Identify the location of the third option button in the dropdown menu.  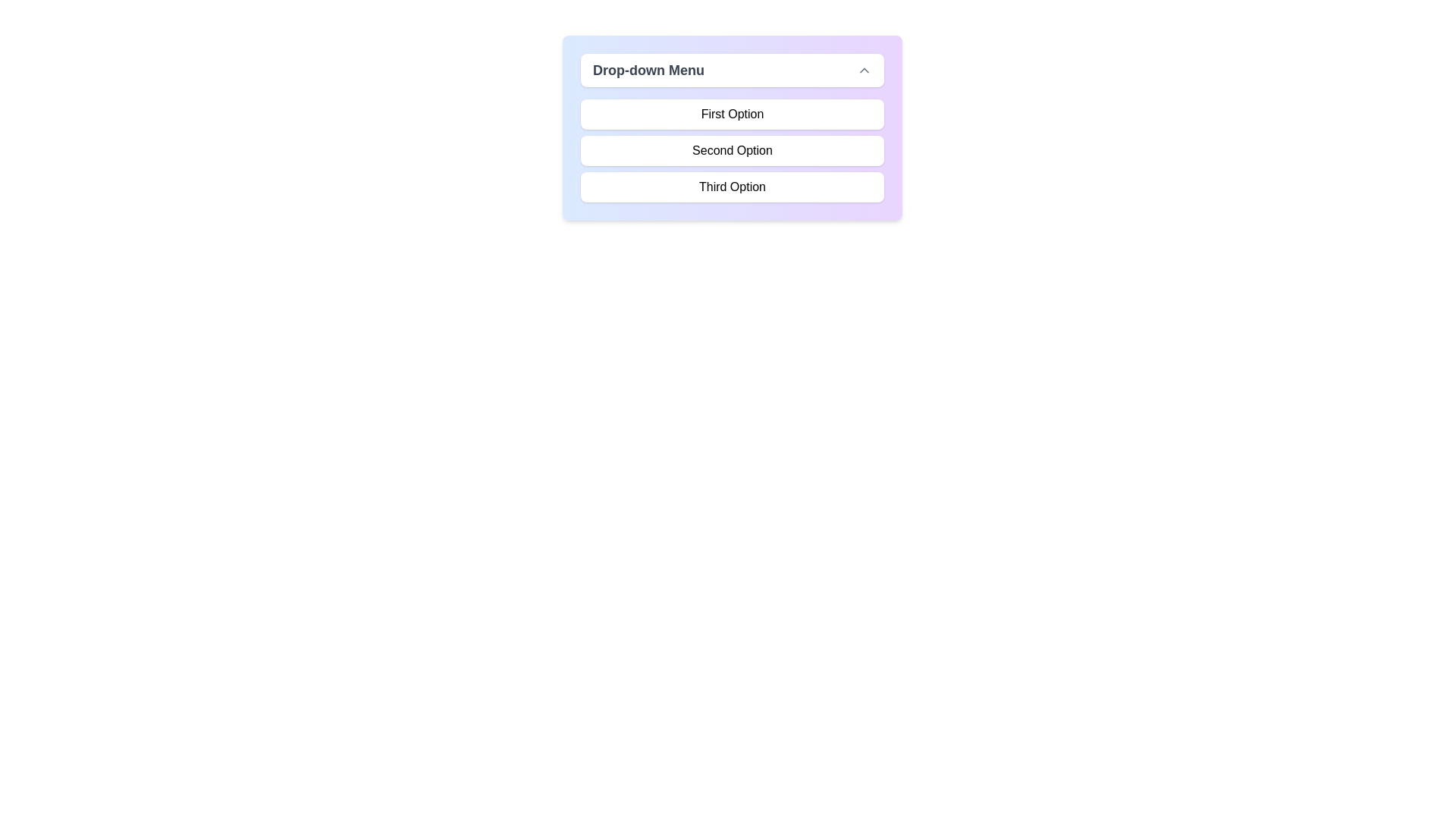
(732, 186).